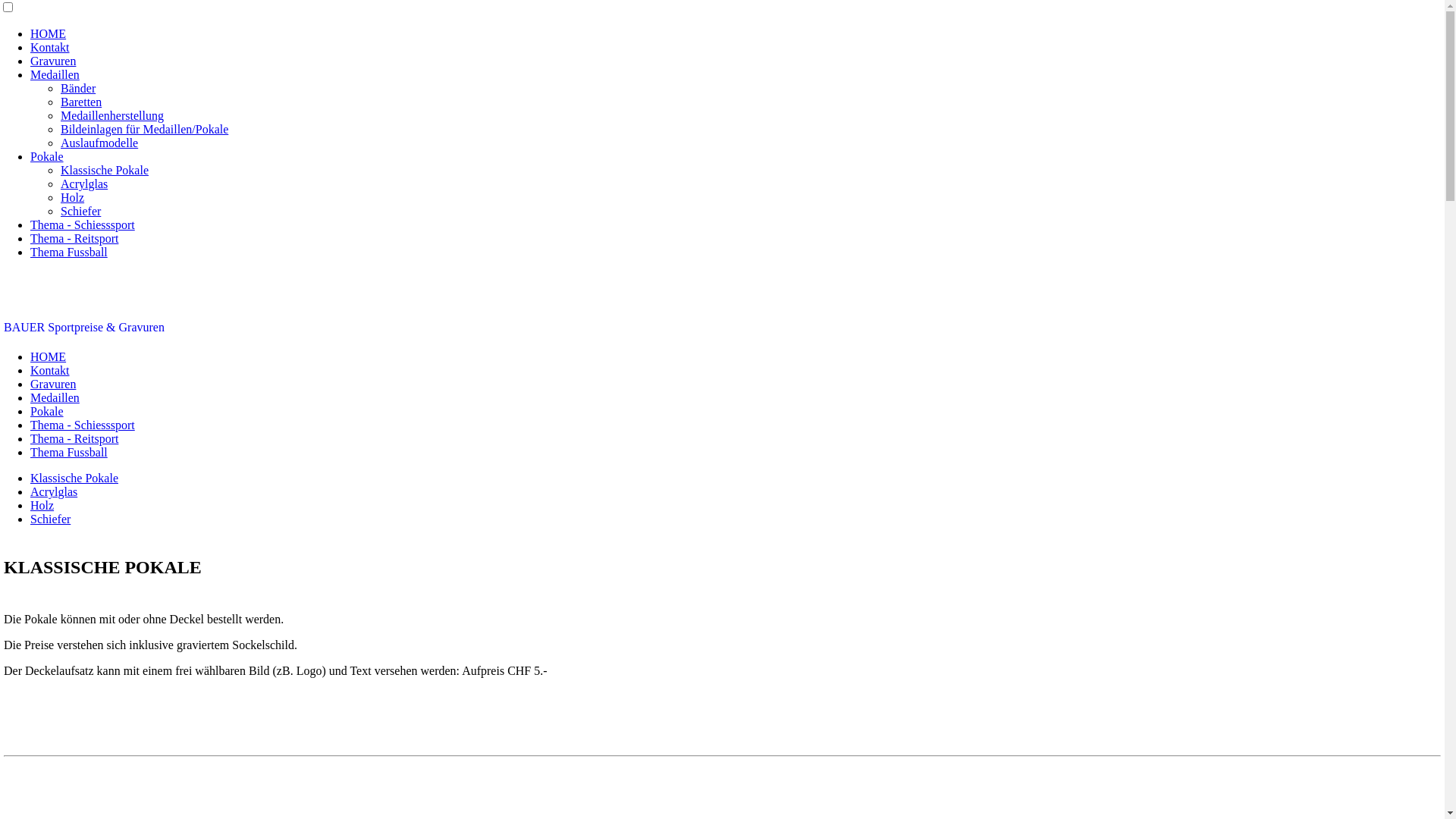  I want to click on 'Pokale', so click(30, 156).